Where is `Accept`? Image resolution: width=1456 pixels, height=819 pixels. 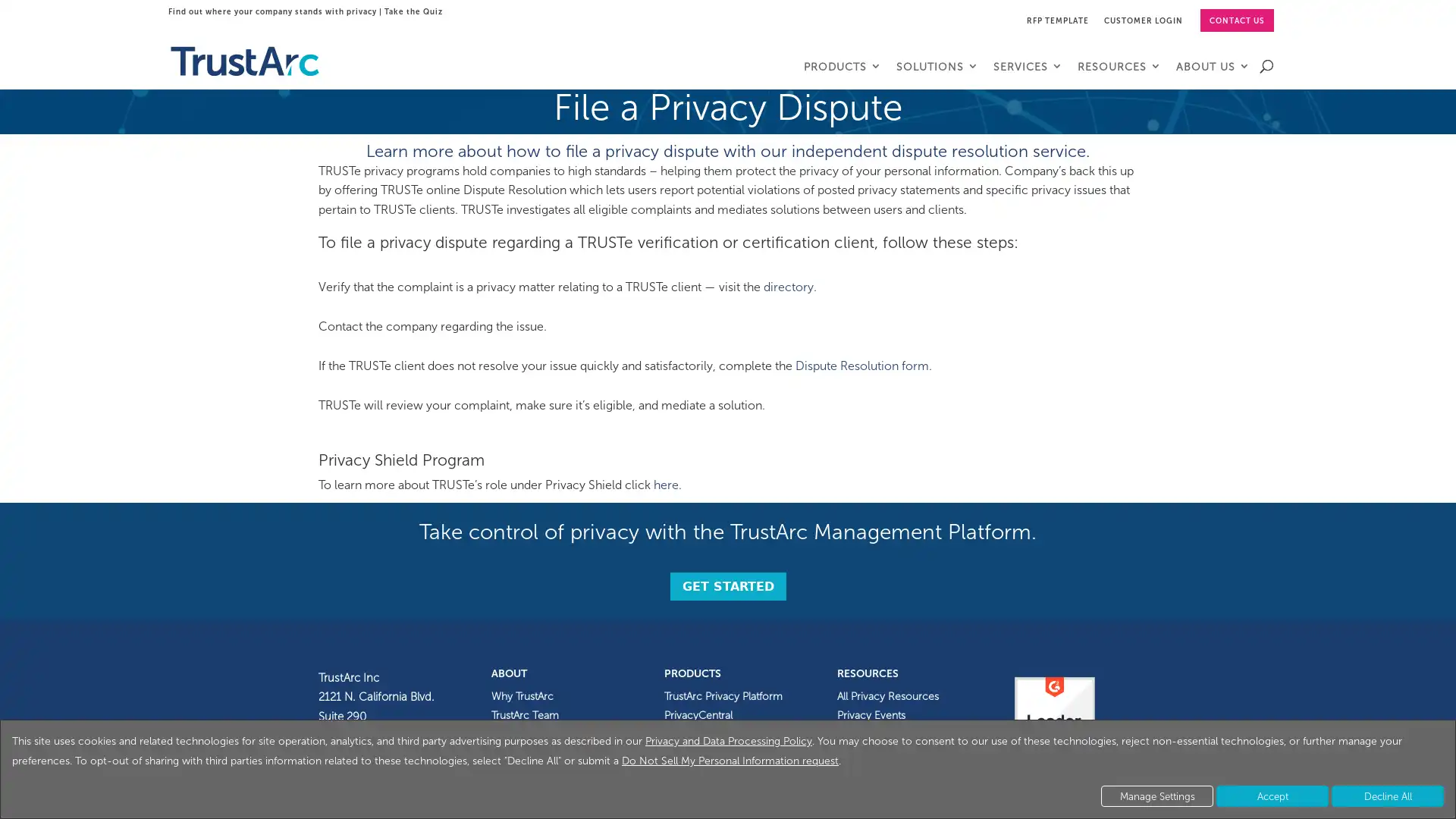 Accept is located at coordinates (1272, 795).